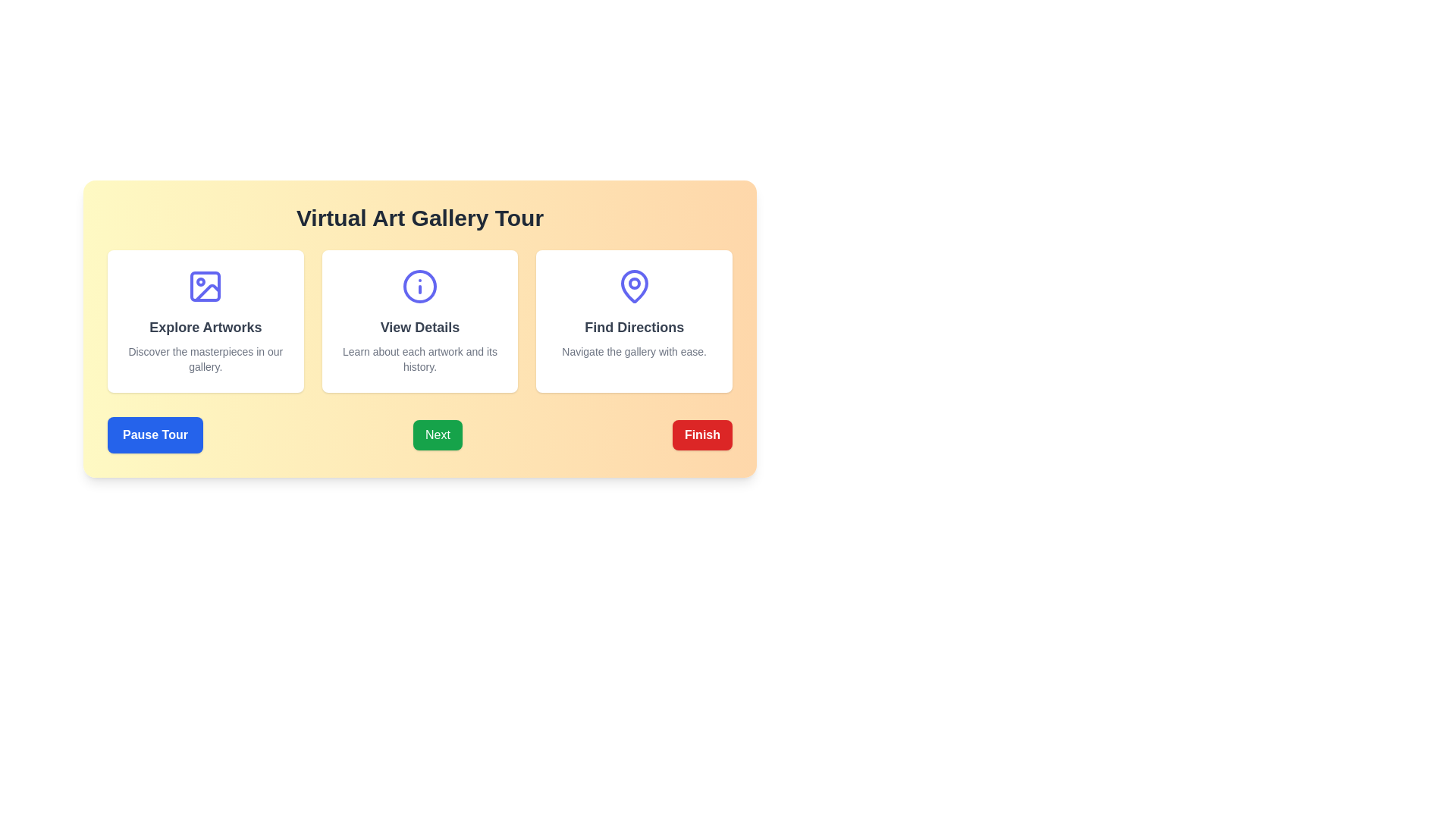 This screenshot has width=1456, height=819. What do you see at coordinates (419, 435) in the screenshot?
I see `the 'Next' button, which is a green button with white text` at bounding box center [419, 435].